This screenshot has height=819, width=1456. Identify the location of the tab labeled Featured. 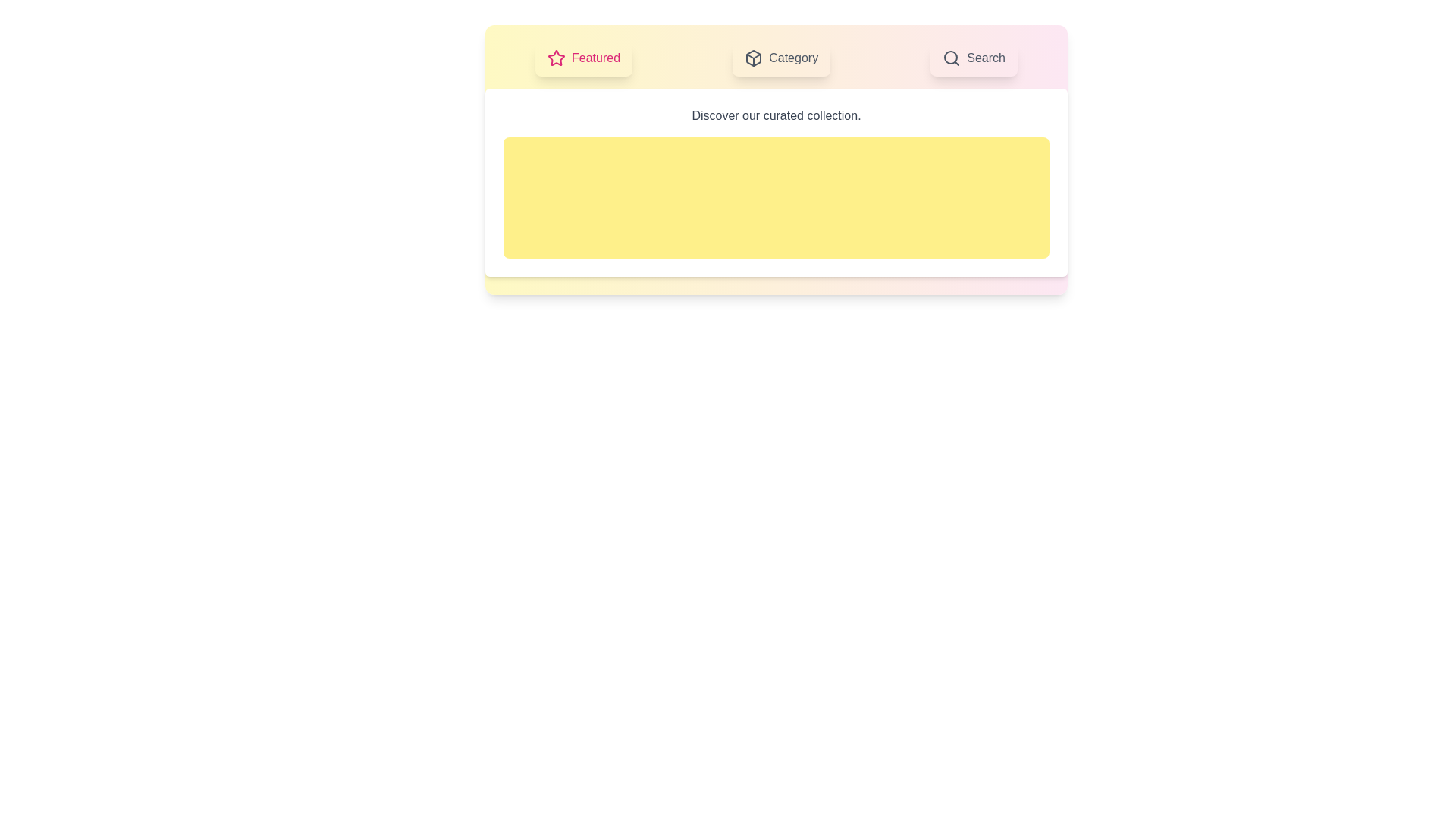
(583, 58).